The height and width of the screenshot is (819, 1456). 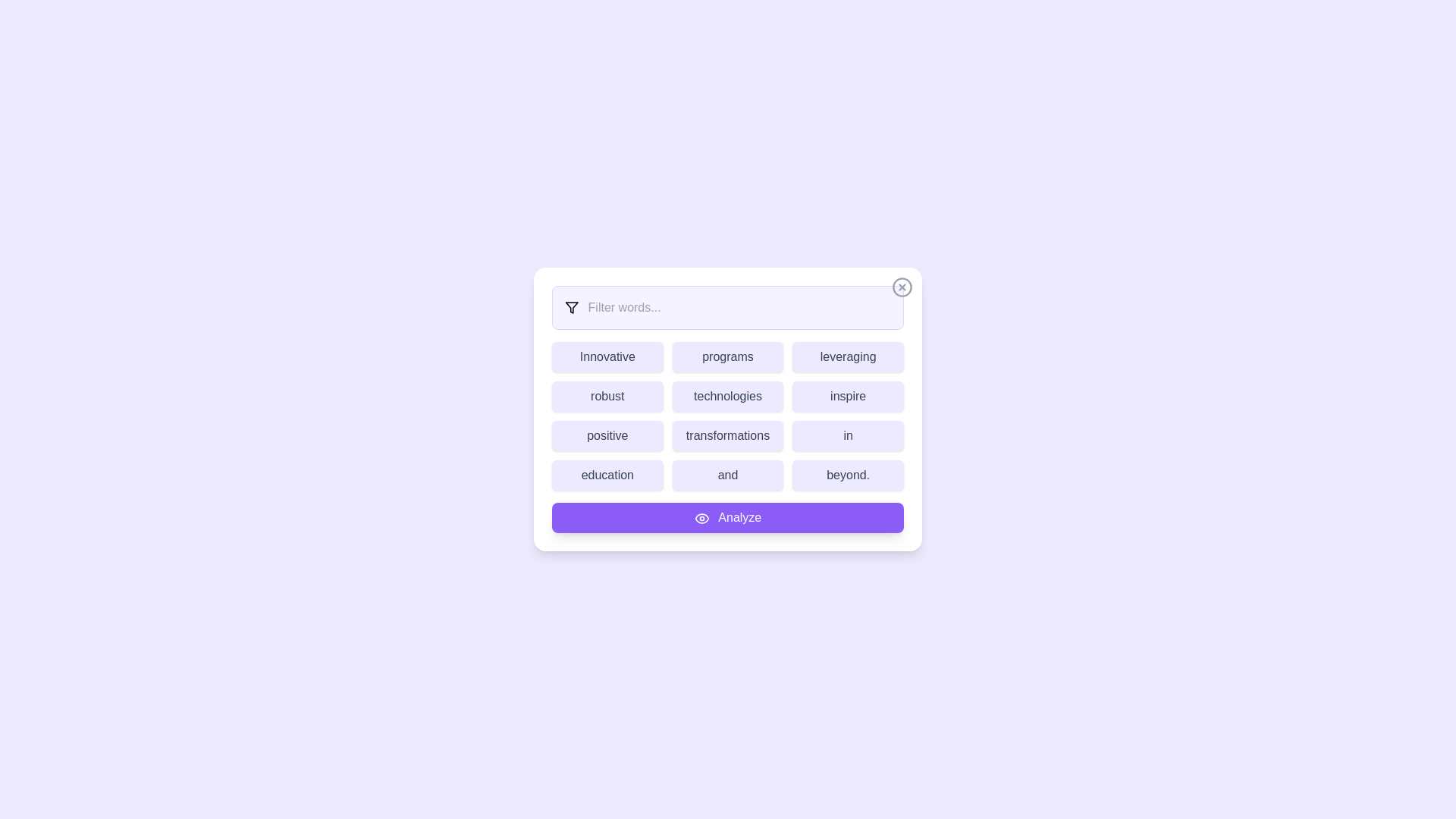 I want to click on the word education to highlight it, so click(x=607, y=475).